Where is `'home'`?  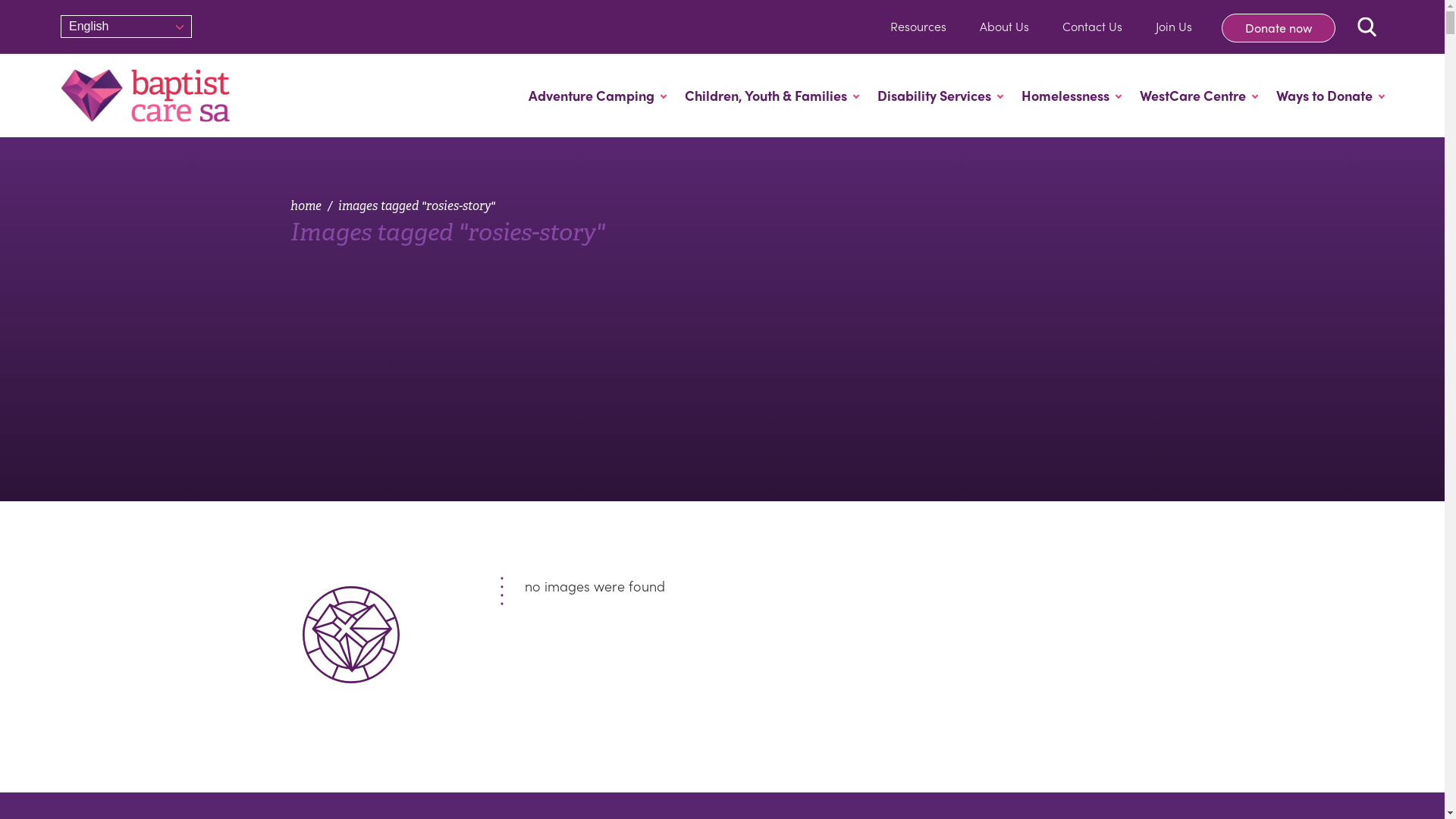
'home' is located at coordinates (304, 206).